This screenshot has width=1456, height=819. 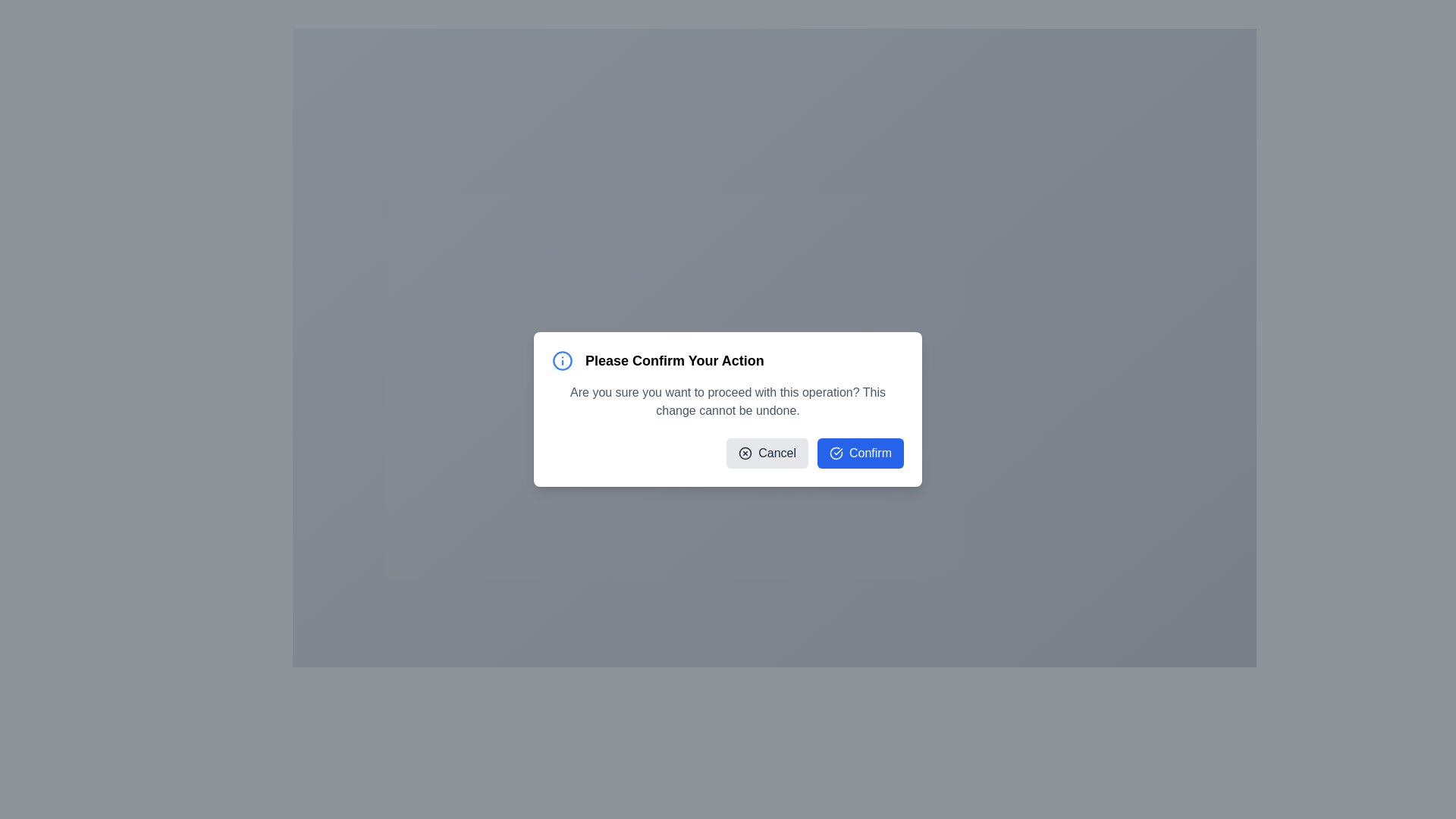 I want to click on the icon located on the left side of the 'Cancel' button in the confirmation dialog titled 'Please Confirm Your Action', so click(x=745, y=452).